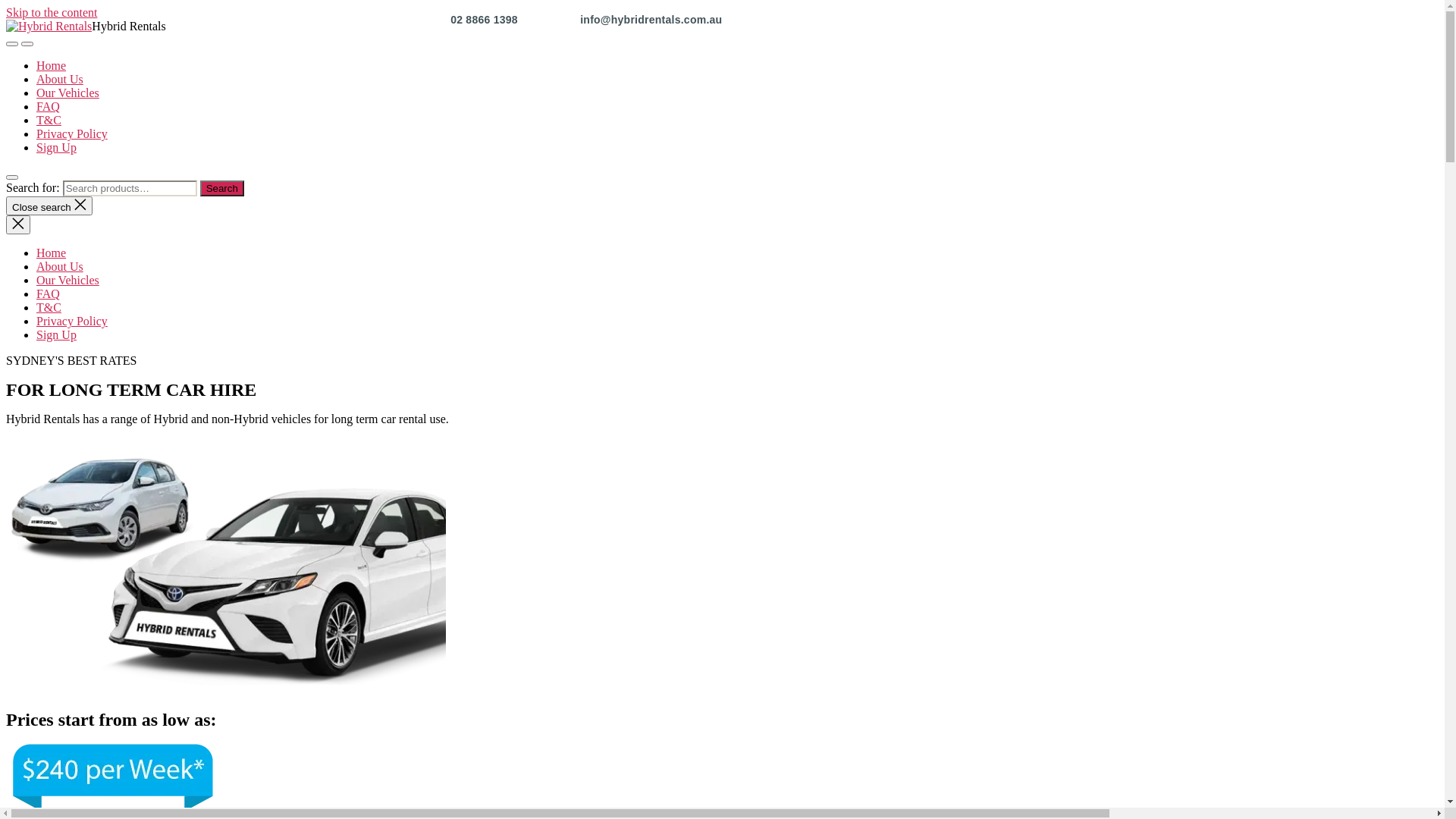 The width and height of the screenshot is (1456, 819). Describe the element at coordinates (36, 133) in the screenshot. I see `'Privacy Policy'` at that location.